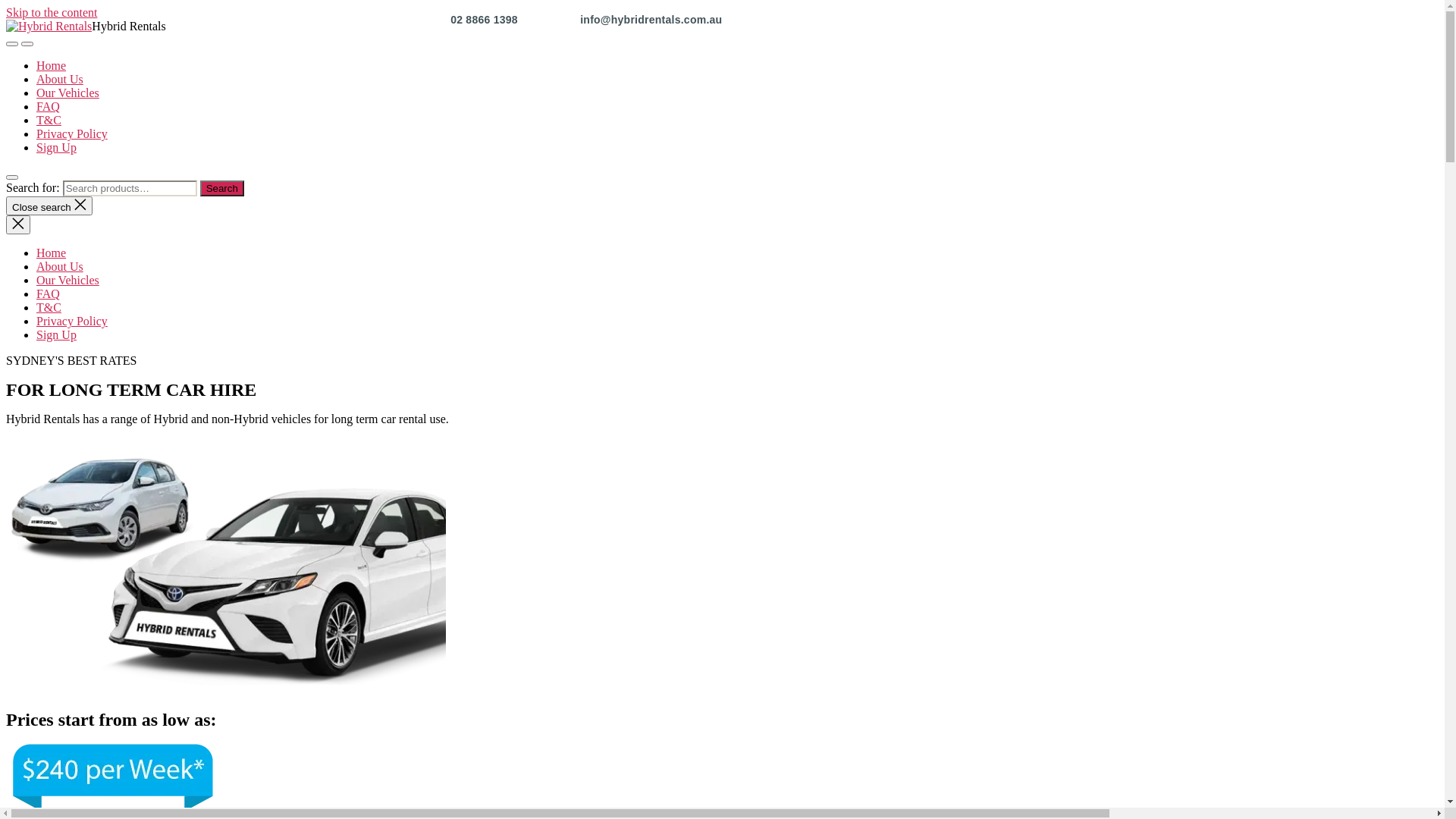 The width and height of the screenshot is (1456, 819). Describe the element at coordinates (36, 133) in the screenshot. I see `'Privacy Policy'` at that location.